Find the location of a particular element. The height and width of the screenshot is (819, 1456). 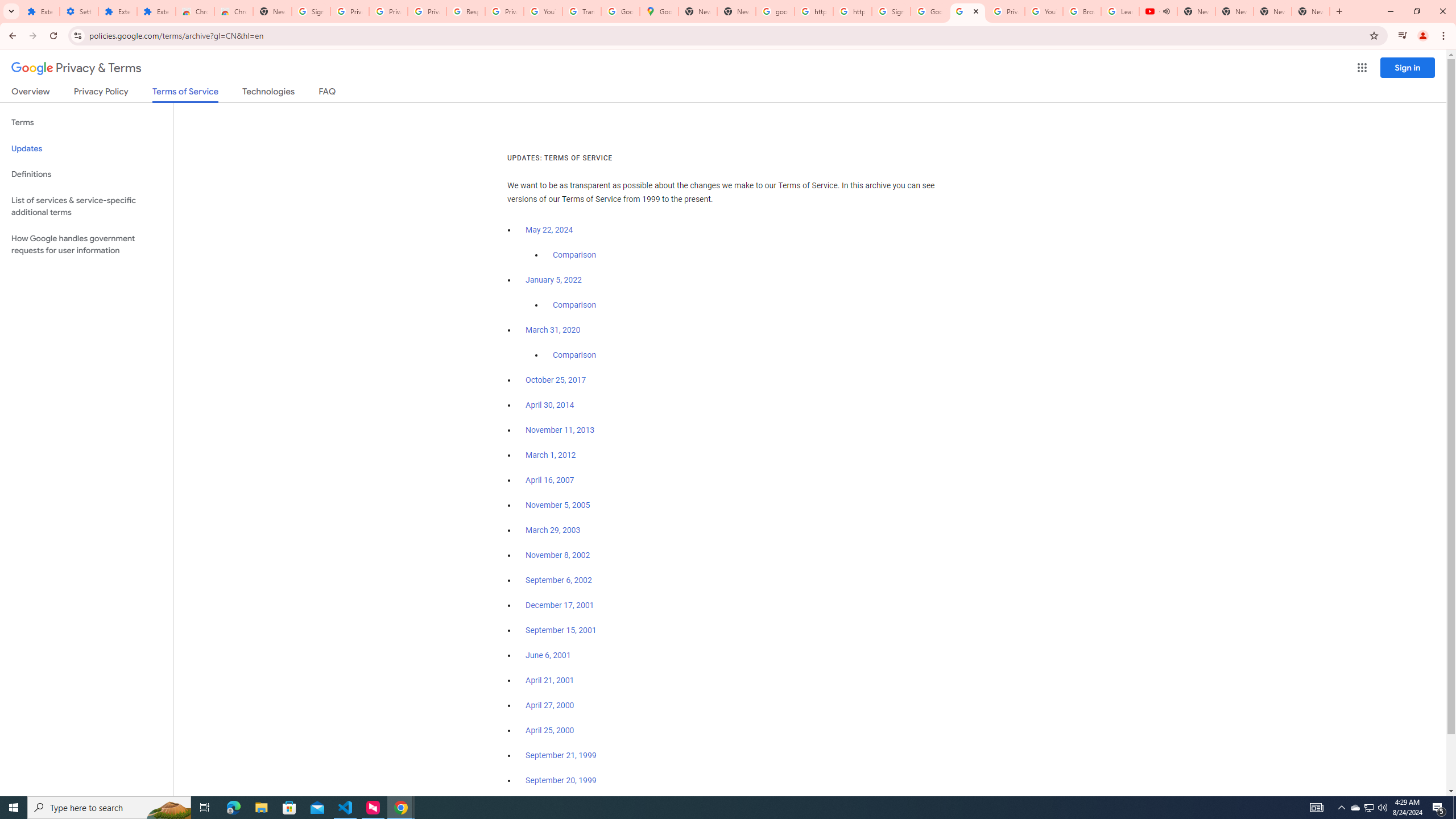

'Chrome Web Store - Themes' is located at coordinates (233, 11).